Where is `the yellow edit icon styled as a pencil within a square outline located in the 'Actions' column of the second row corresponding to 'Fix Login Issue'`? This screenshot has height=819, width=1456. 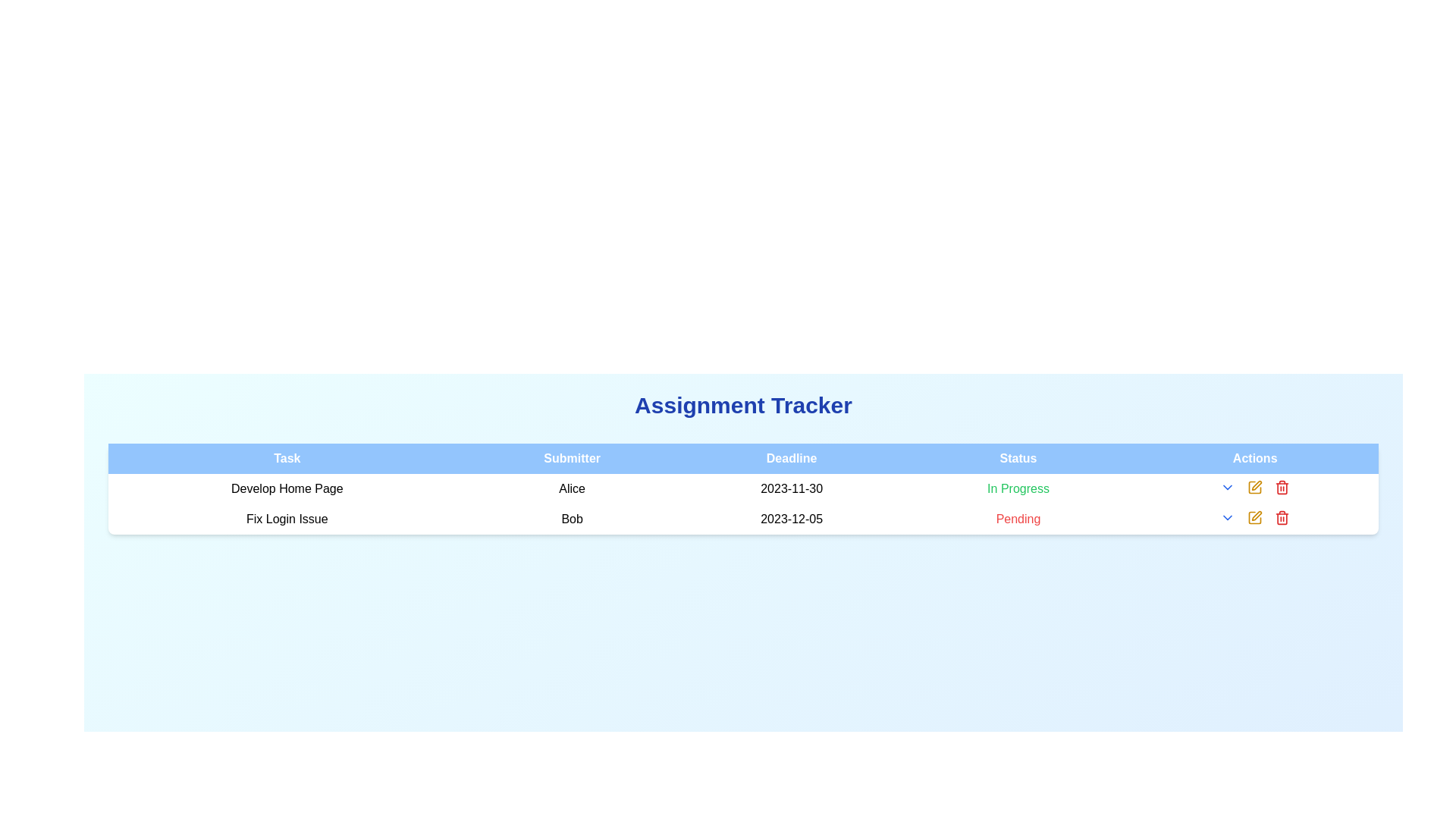
the yellow edit icon styled as a pencil within a square outline located in the 'Actions' column of the second row corresponding to 'Fix Login Issue' is located at coordinates (1255, 488).